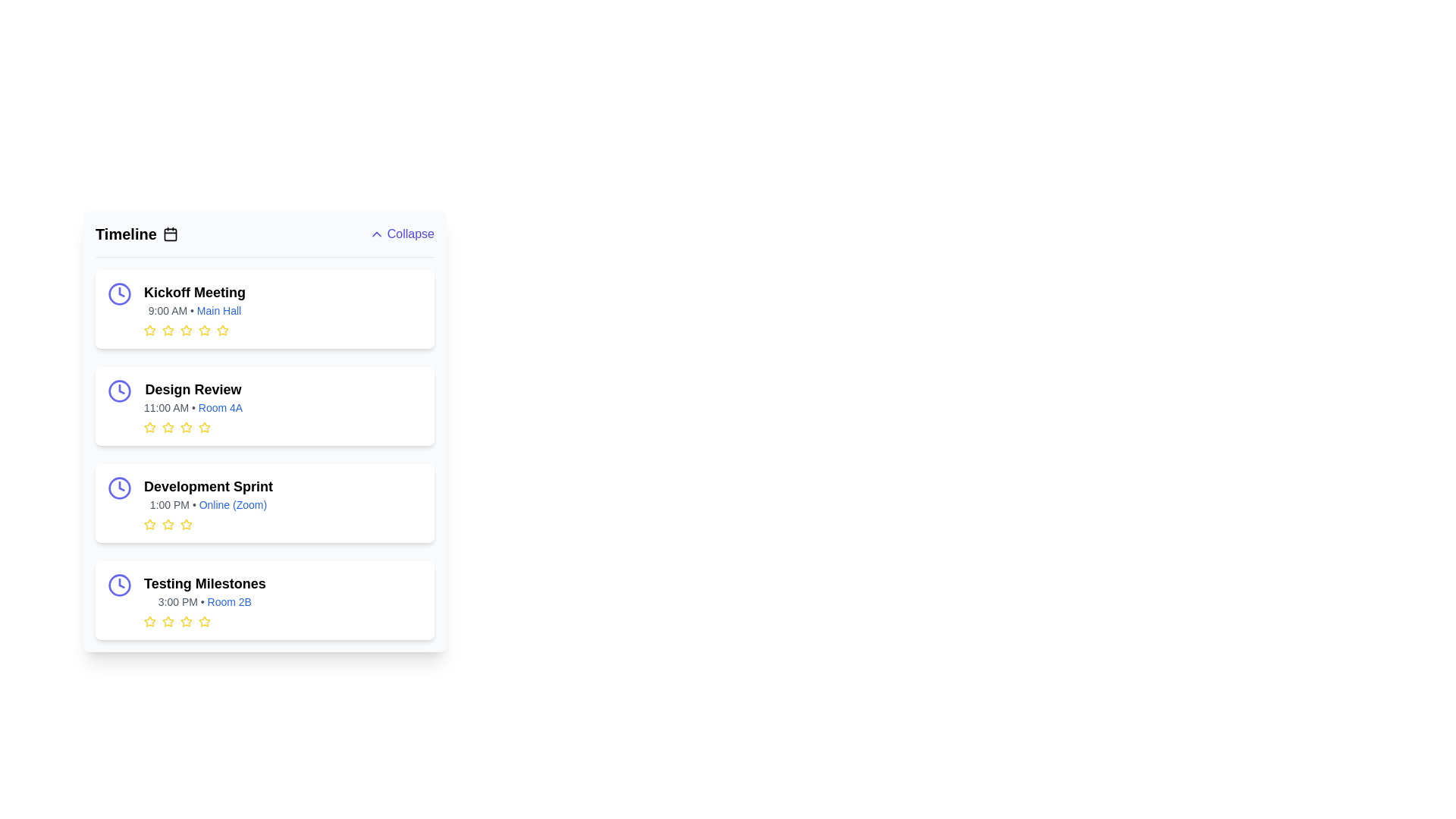 The width and height of the screenshot is (1456, 819). What do you see at coordinates (207, 523) in the screenshot?
I see `the yellow star icons in the Rating Component located in the 'Development Sprint' section below '1:00 PM • Online (Zoom)'` at bounding box center [207, 523].